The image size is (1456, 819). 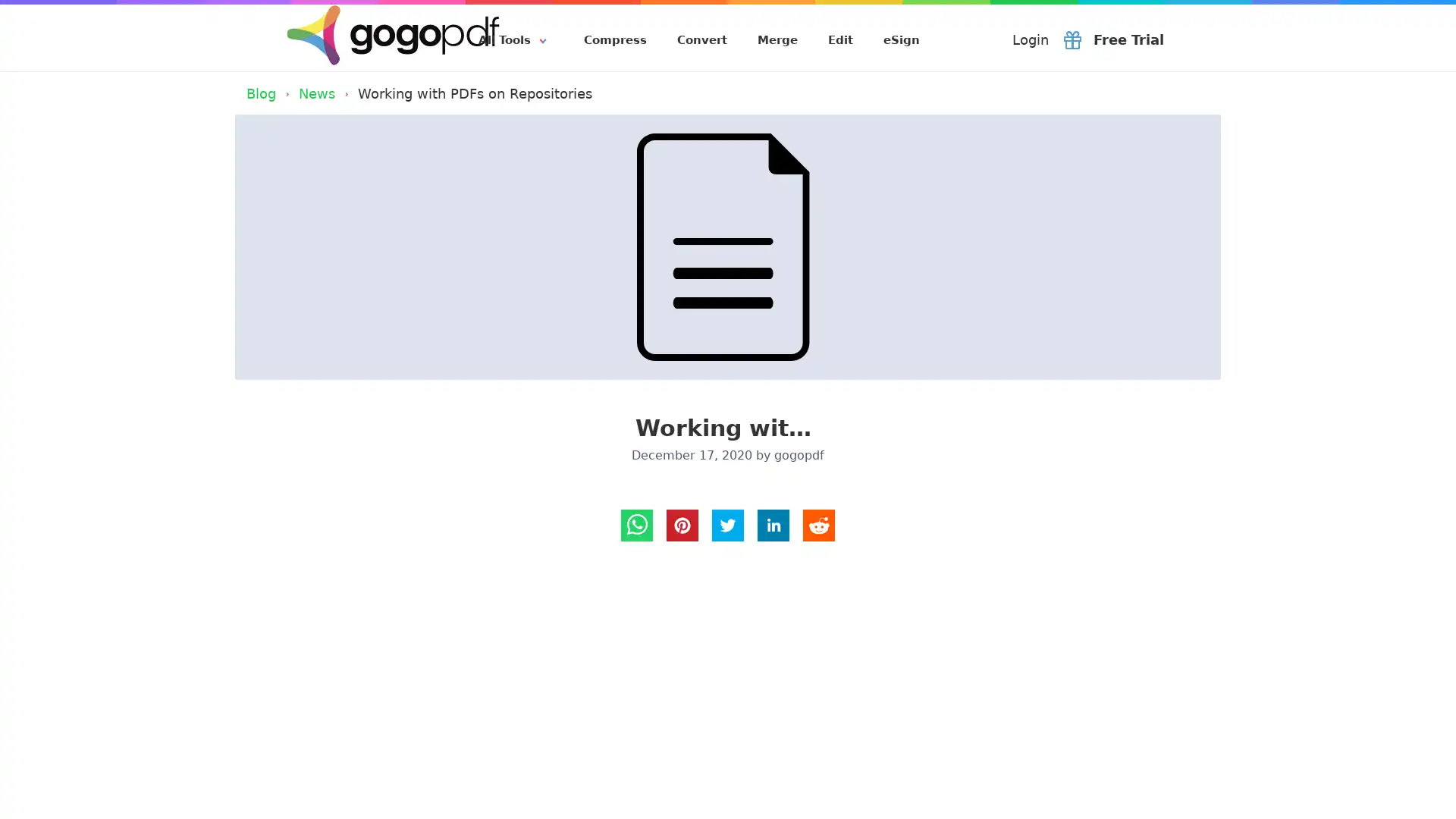 I want to click on Merge, so click(x=777, y=39).